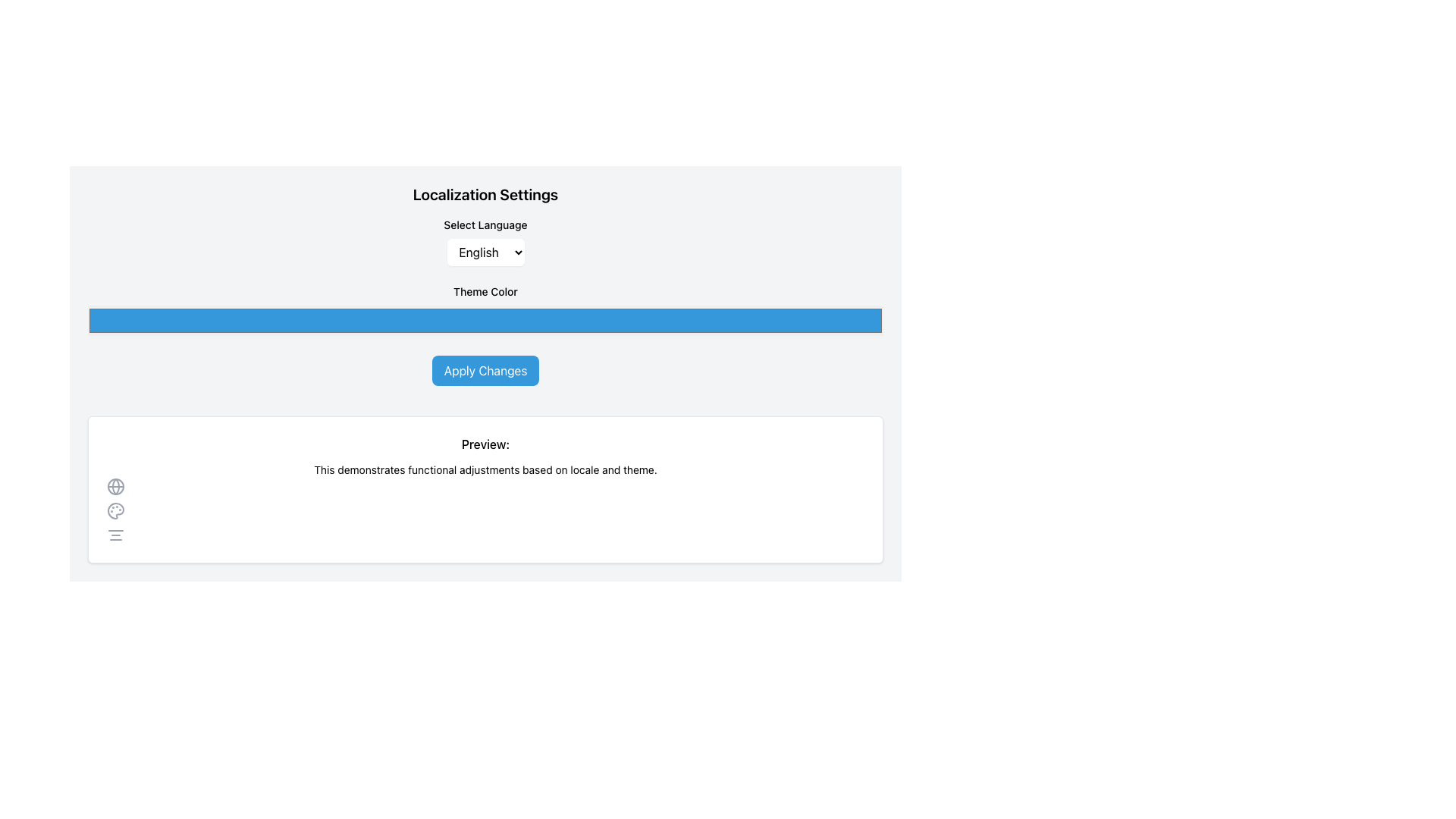  What do you see at coordinates (115, 511) in the screenshot?
I see `the second icon from the top in the vertical column of three icons located in the left section of the white preview box near its top-left edge` at bounding box center [115, 511].